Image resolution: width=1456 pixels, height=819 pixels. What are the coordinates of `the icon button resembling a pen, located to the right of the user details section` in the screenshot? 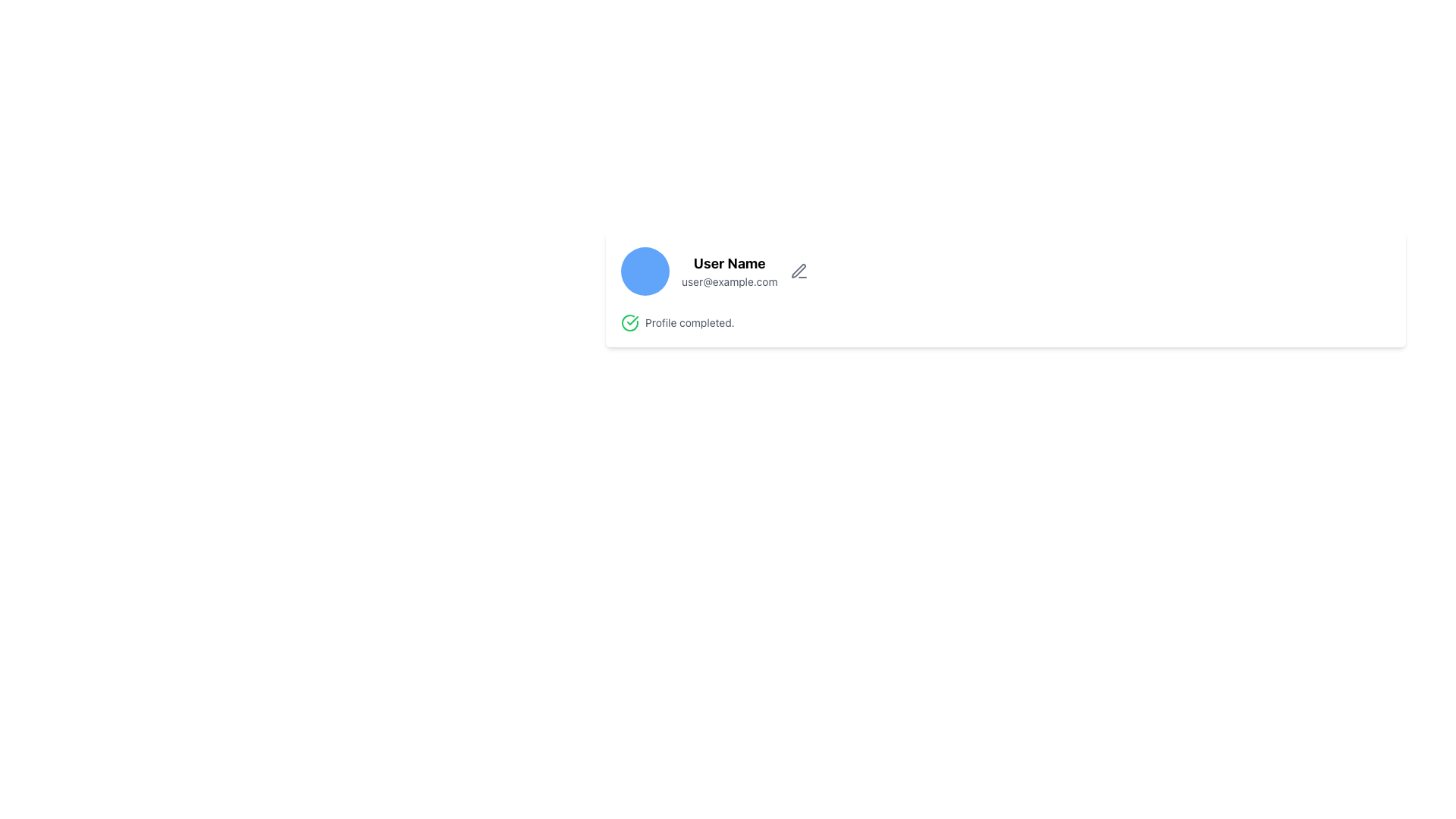 It's located at (798, 271).